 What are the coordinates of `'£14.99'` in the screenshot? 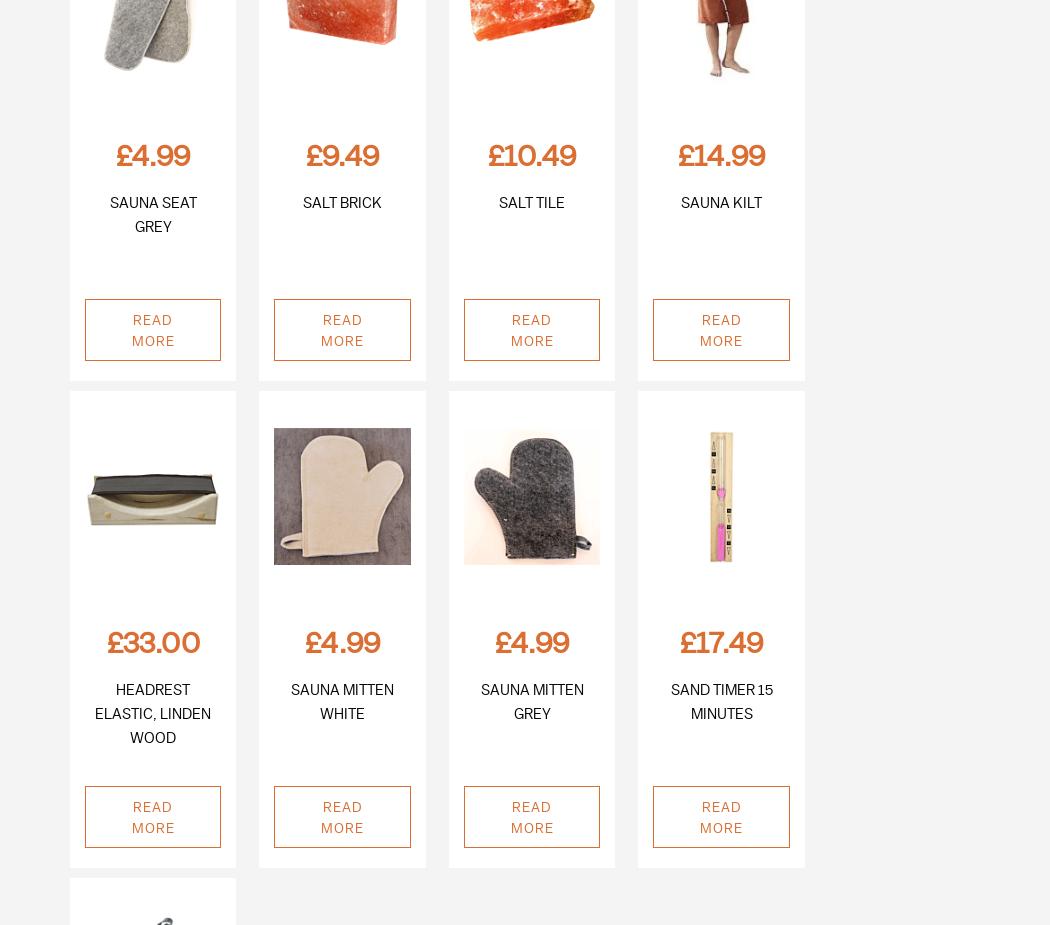 It's located at (720, 154).